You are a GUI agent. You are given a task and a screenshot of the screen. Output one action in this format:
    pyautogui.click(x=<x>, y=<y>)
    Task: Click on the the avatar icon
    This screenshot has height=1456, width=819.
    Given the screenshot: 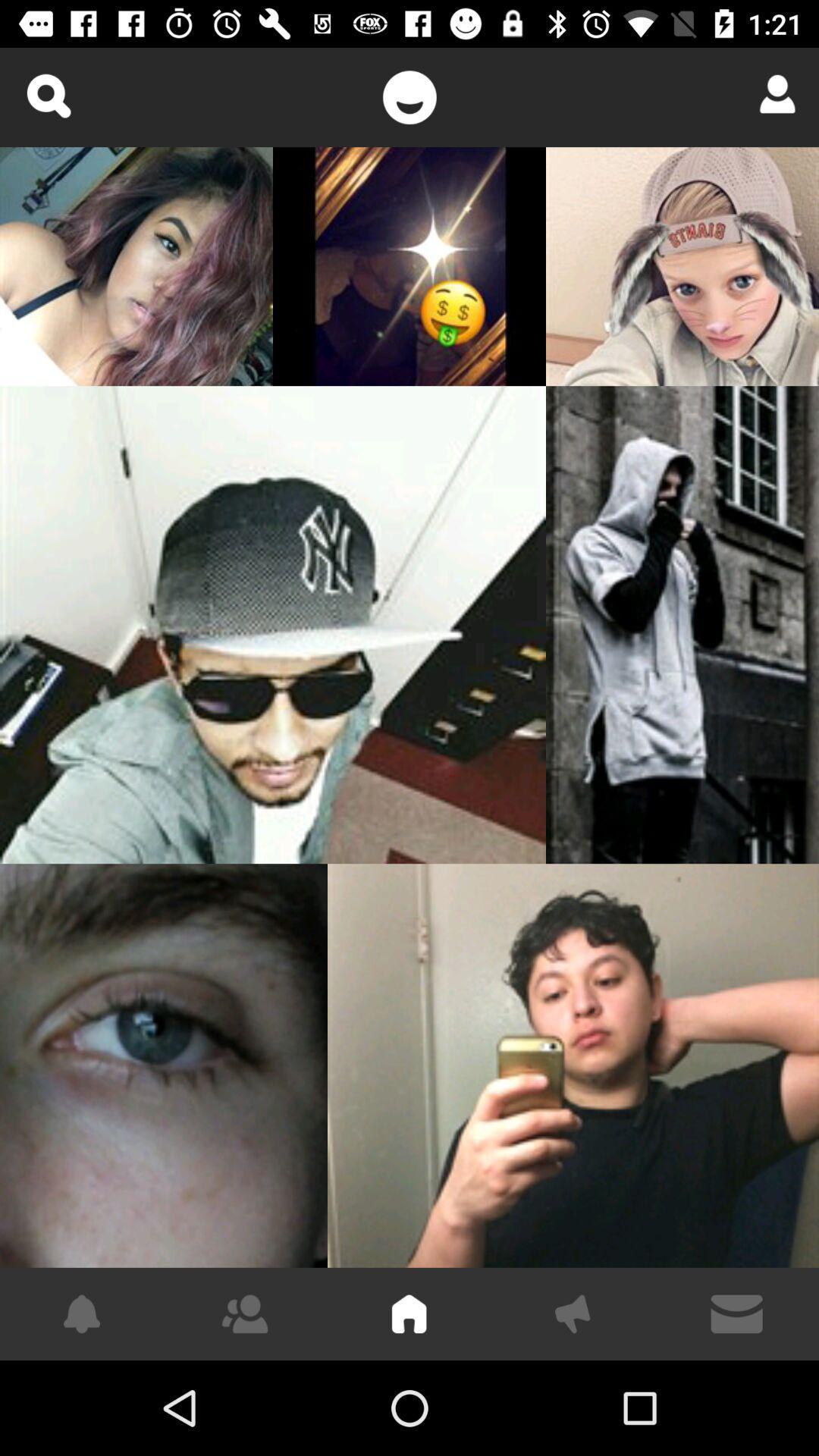 What is the action you would take?
    pyautogui.click(x=772, y=93)
    